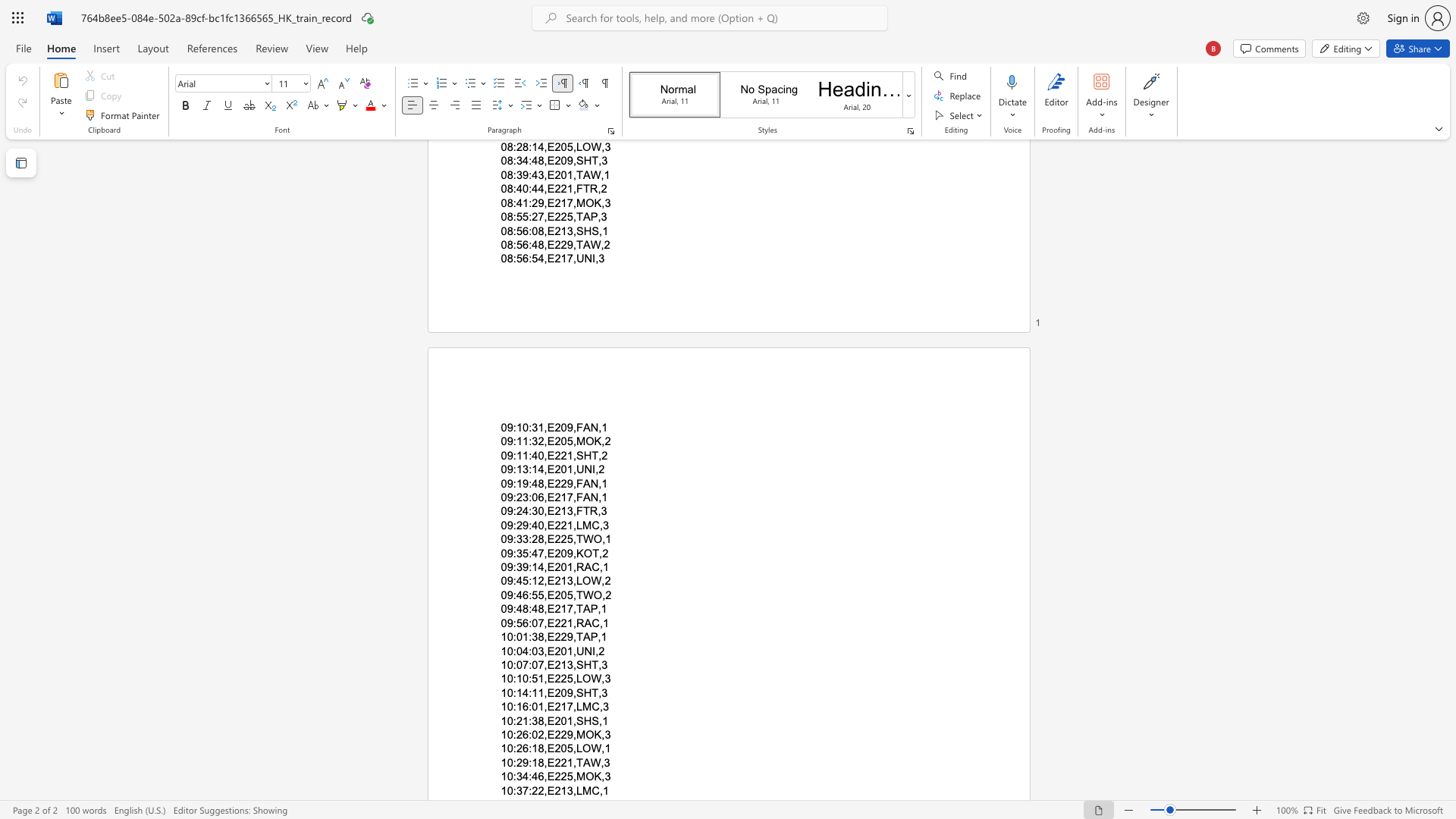 The image size is (1456, 819). I want to click on the space between the continuous character "2" and "2" in the text, so click(538, 789).